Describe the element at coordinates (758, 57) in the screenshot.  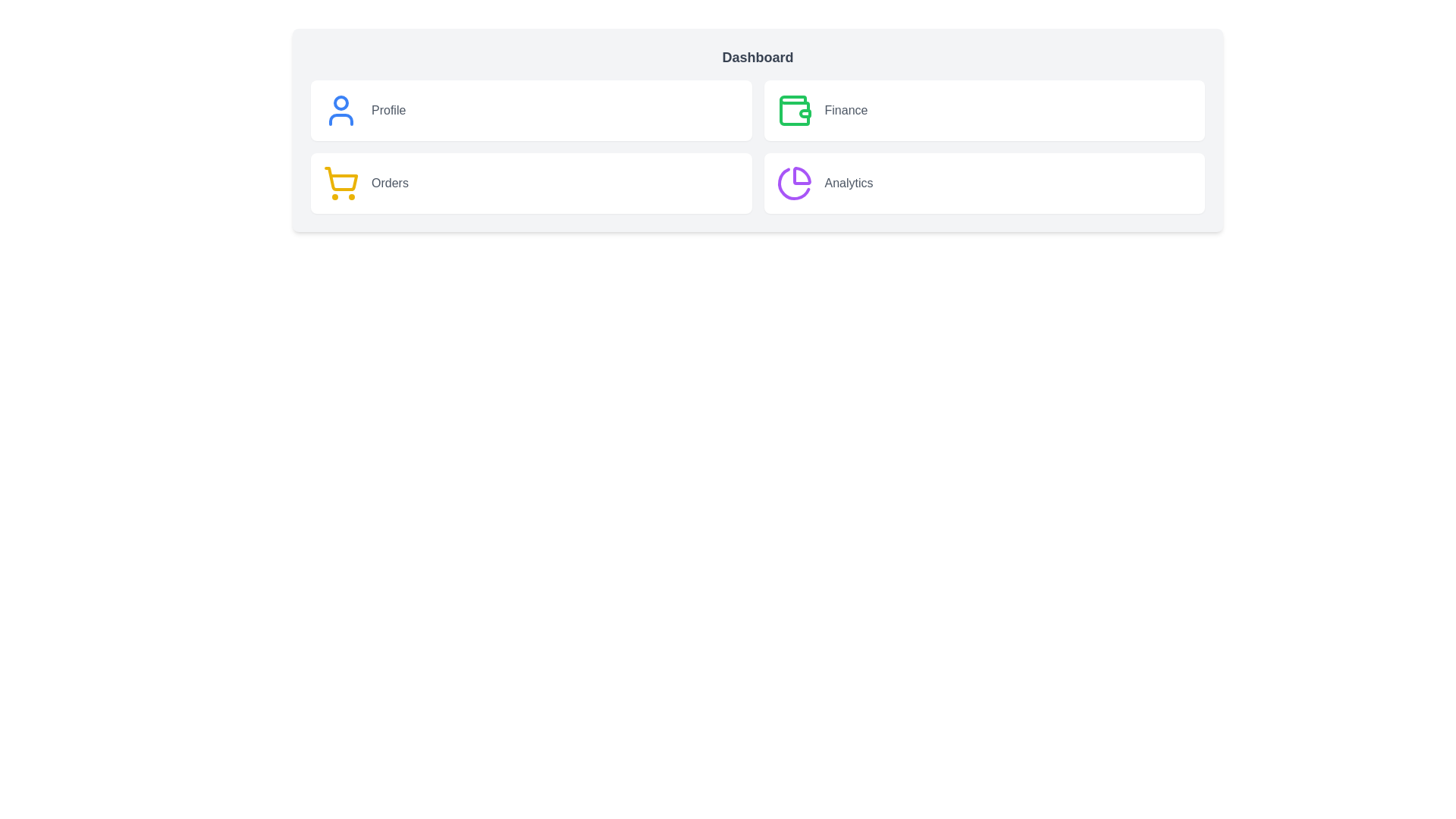
I see `the section header text component that identifies the context for the content below it` at that location.